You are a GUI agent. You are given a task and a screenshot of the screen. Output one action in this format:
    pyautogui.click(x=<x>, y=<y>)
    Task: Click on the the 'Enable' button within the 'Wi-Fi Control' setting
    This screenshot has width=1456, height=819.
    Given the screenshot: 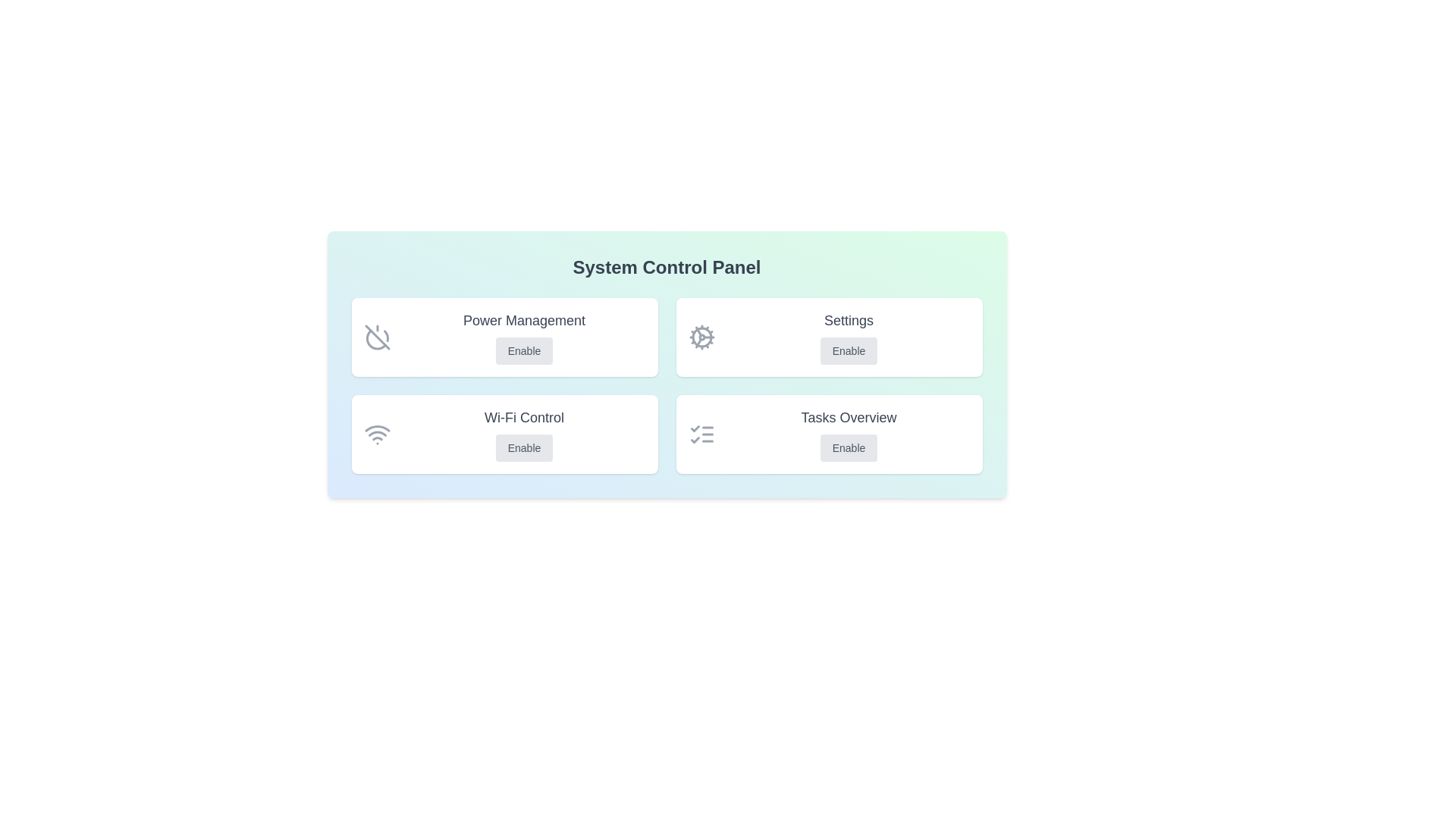 What is the action you would take?
    pyautogui.click(x=524, y=435)
    